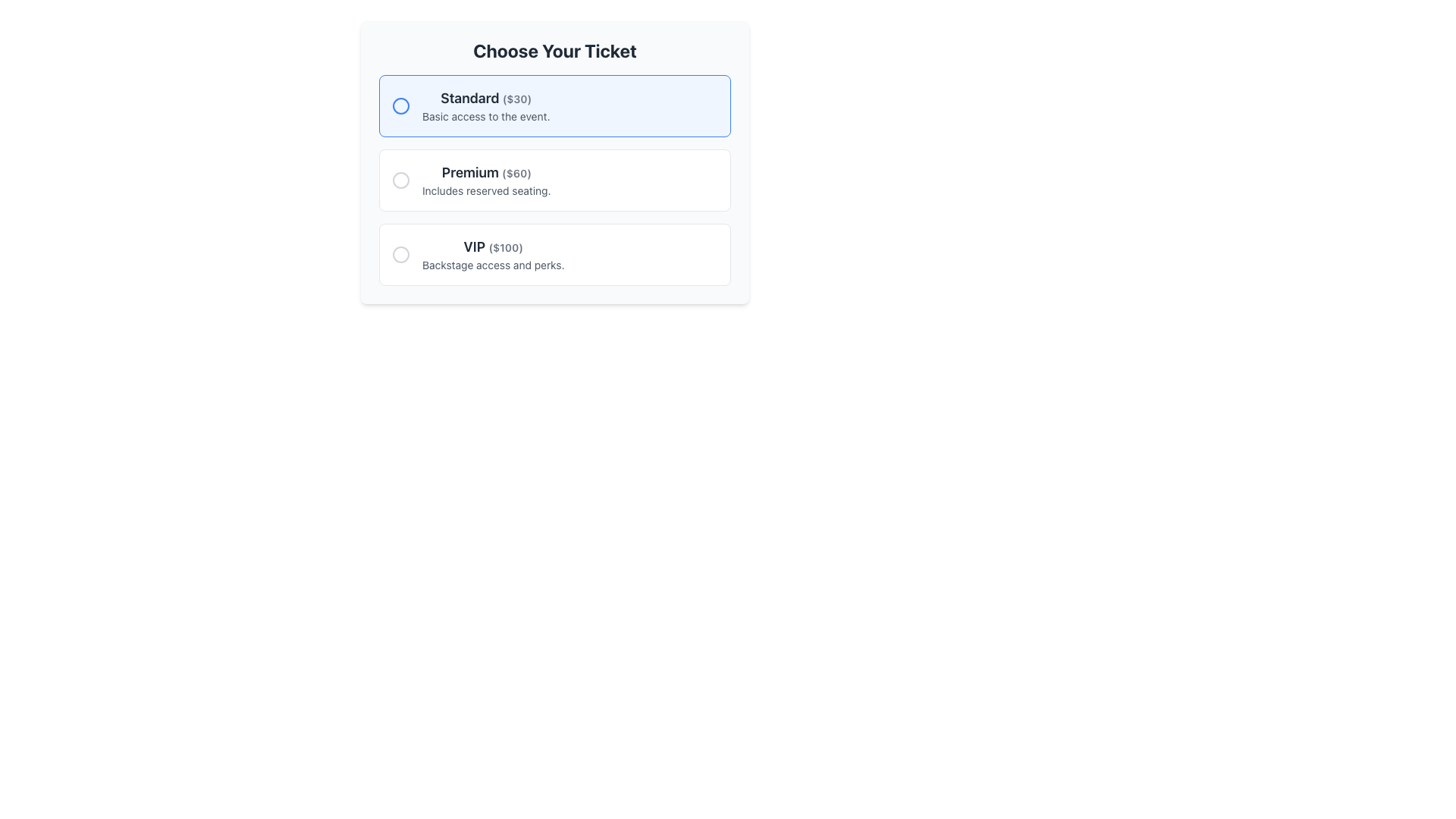 This screenshot has width=1456, height=819. Describe the element at coordinates (486, 99) in the screenshot. I see `the text label element displaying 'Standard ($30)', which is styled as a heading for a selectable option and is located beneath the title 'Choose Your Ticket'` at that location.